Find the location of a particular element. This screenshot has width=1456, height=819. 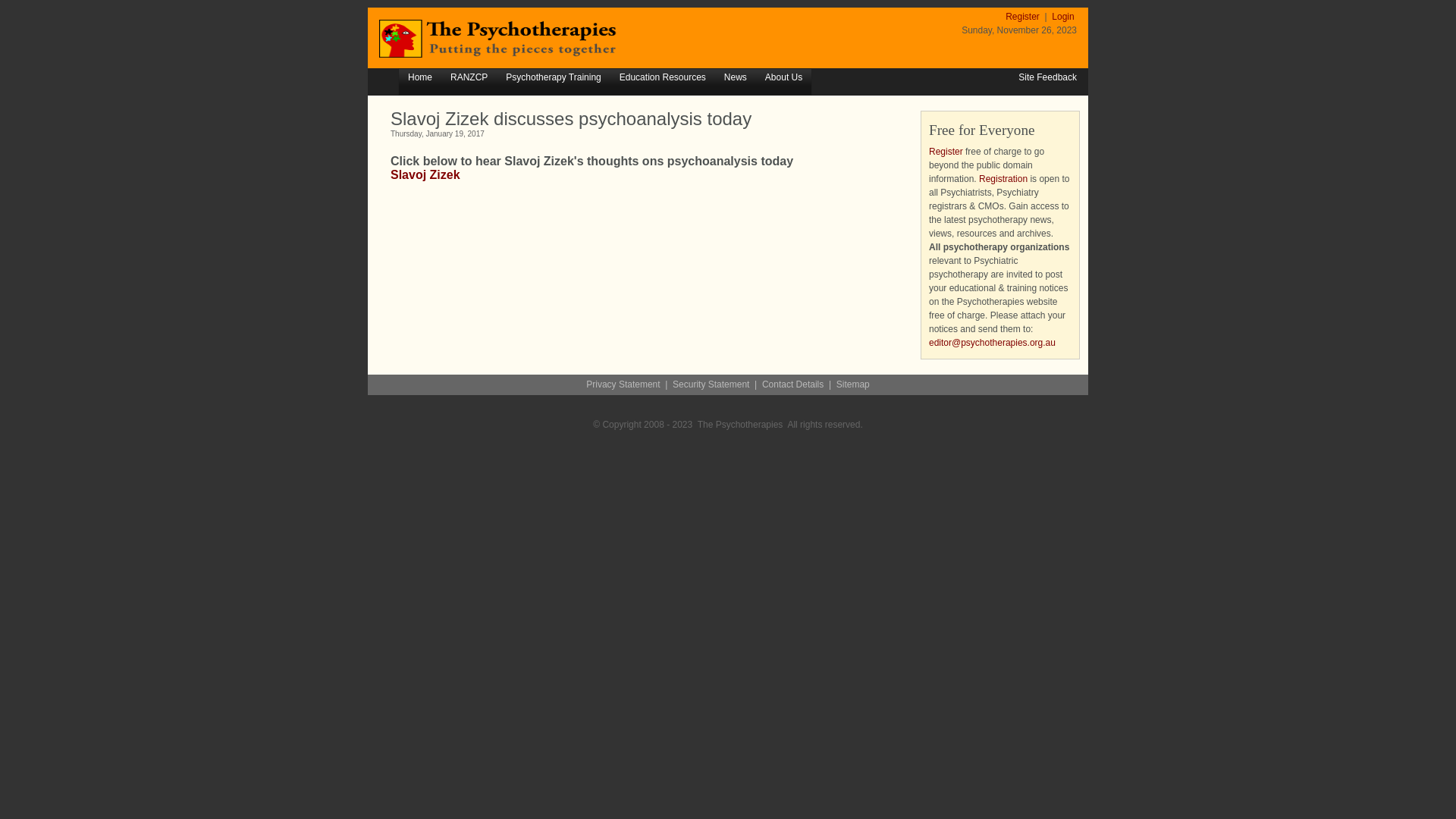

'Psychotherapy Training' is located at coordinates (496, 78).